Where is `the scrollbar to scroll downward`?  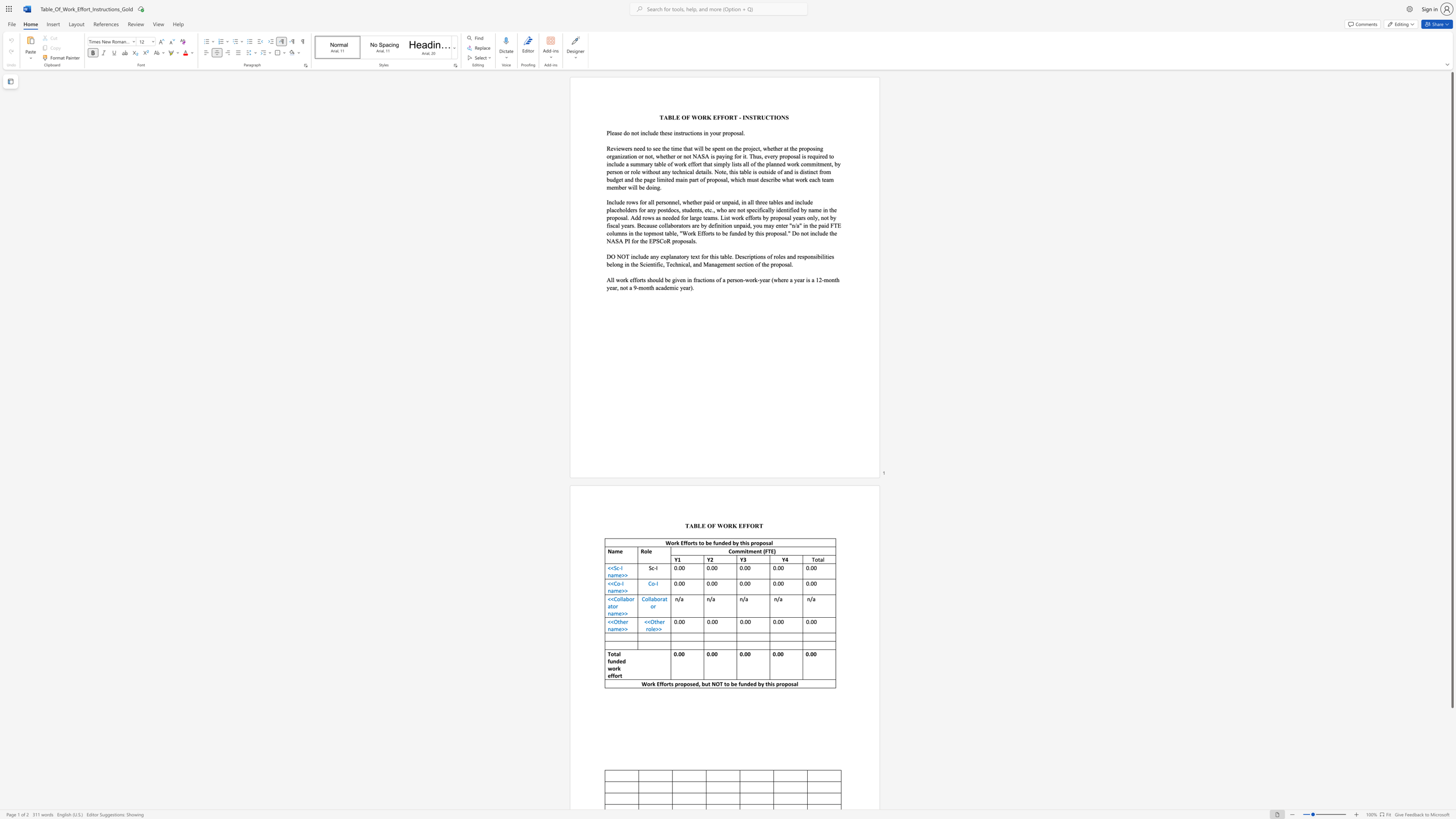 the scrollbar to scroll downward is located at coordinates (1451, 723).